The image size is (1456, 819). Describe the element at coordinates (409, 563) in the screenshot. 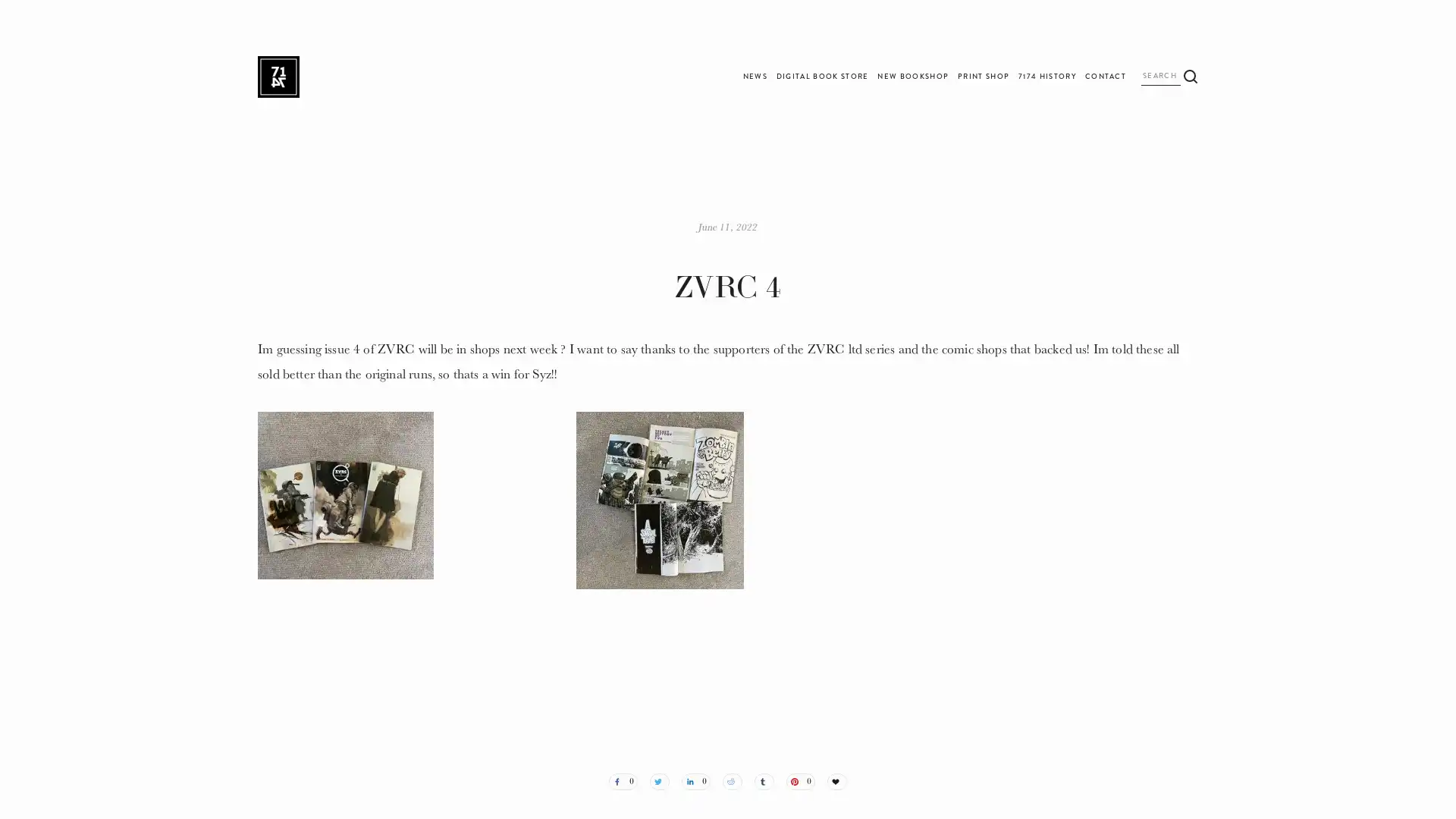

I see `View fullsize zvrc4.jpg` at that location.